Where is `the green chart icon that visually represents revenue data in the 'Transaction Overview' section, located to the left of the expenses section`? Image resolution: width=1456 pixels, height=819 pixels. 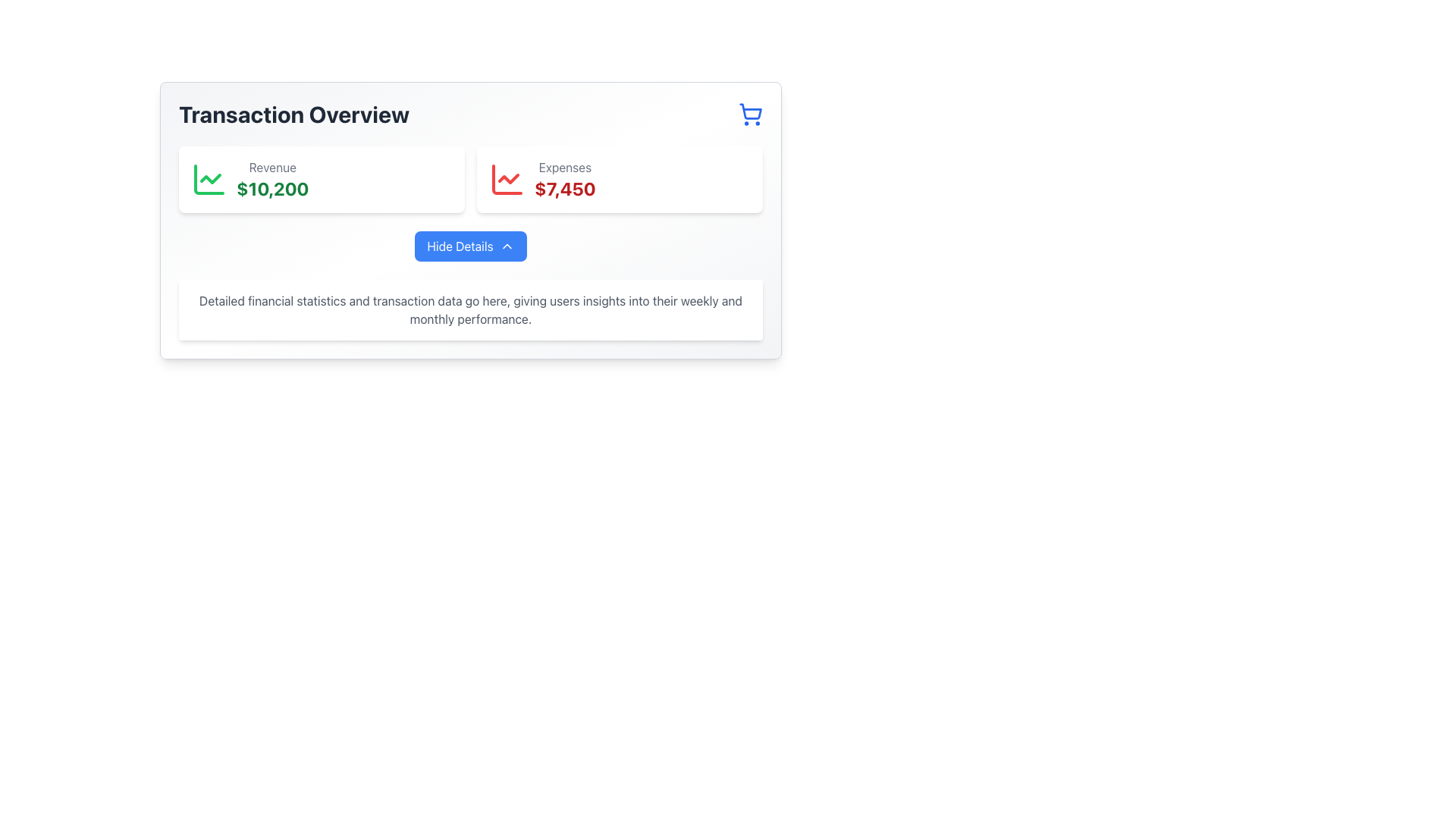
the green chart icon that visually represents revenue data in the 'Transaction Overview' section, located to the left of the expenses section is located at coordinates (208, 178).